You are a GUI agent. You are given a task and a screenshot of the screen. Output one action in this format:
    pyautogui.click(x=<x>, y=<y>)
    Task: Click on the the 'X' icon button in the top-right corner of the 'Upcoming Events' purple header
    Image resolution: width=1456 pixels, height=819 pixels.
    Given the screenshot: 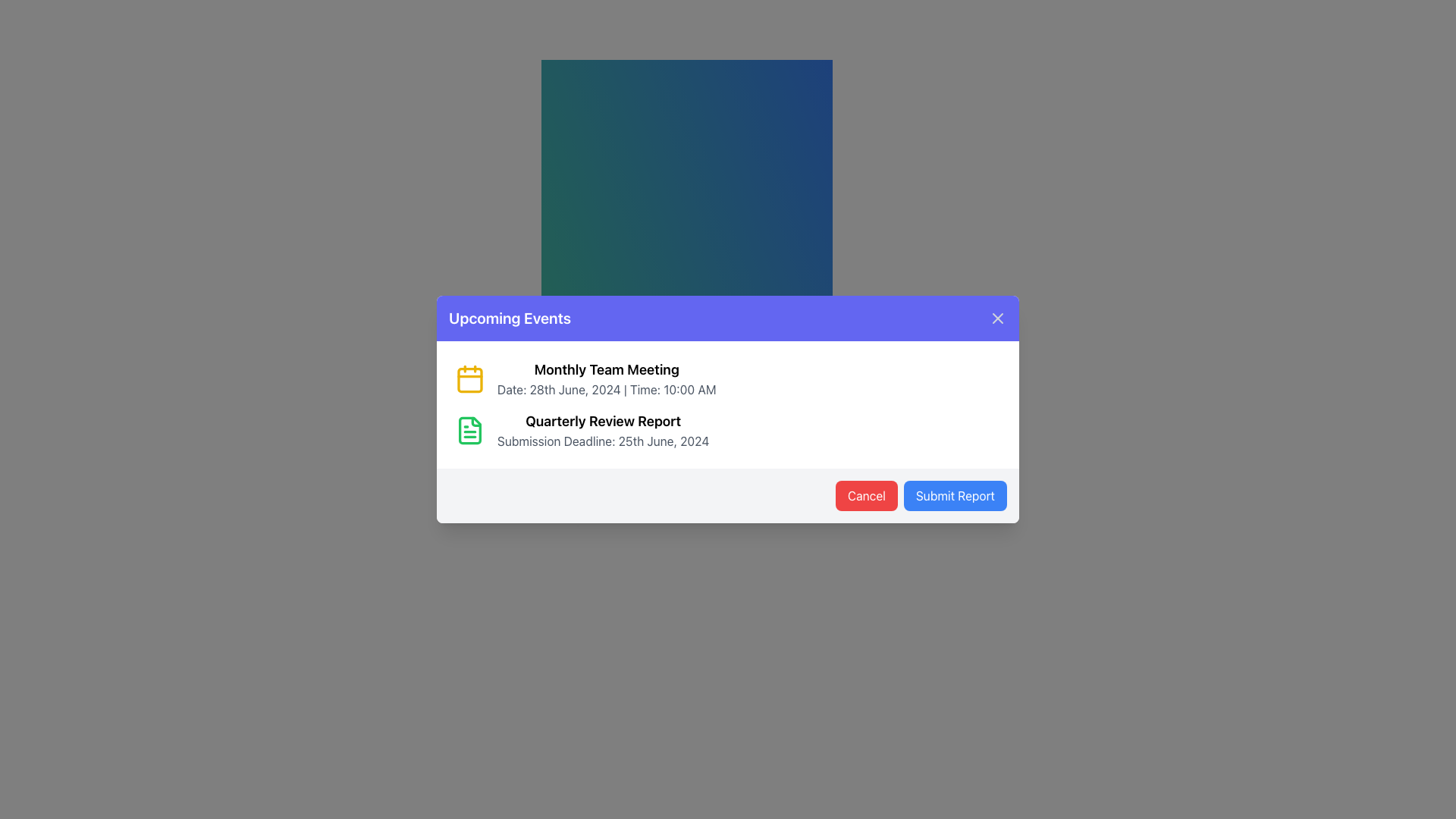 What is the action you would take?
    pyautogui.click(x=997, y=318)
    